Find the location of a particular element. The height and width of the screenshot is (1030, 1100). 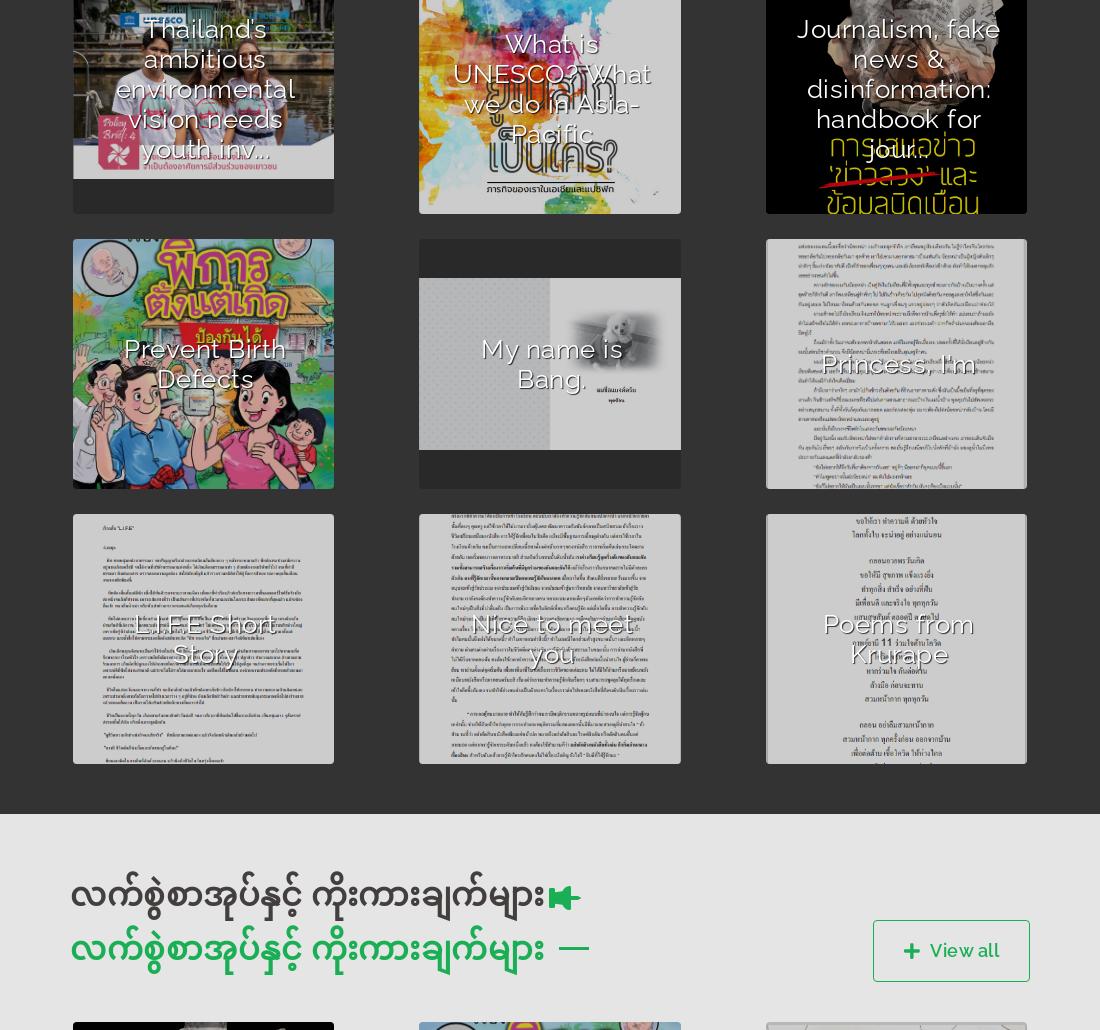

'Accessib...' is located at coordinates (487, 424).